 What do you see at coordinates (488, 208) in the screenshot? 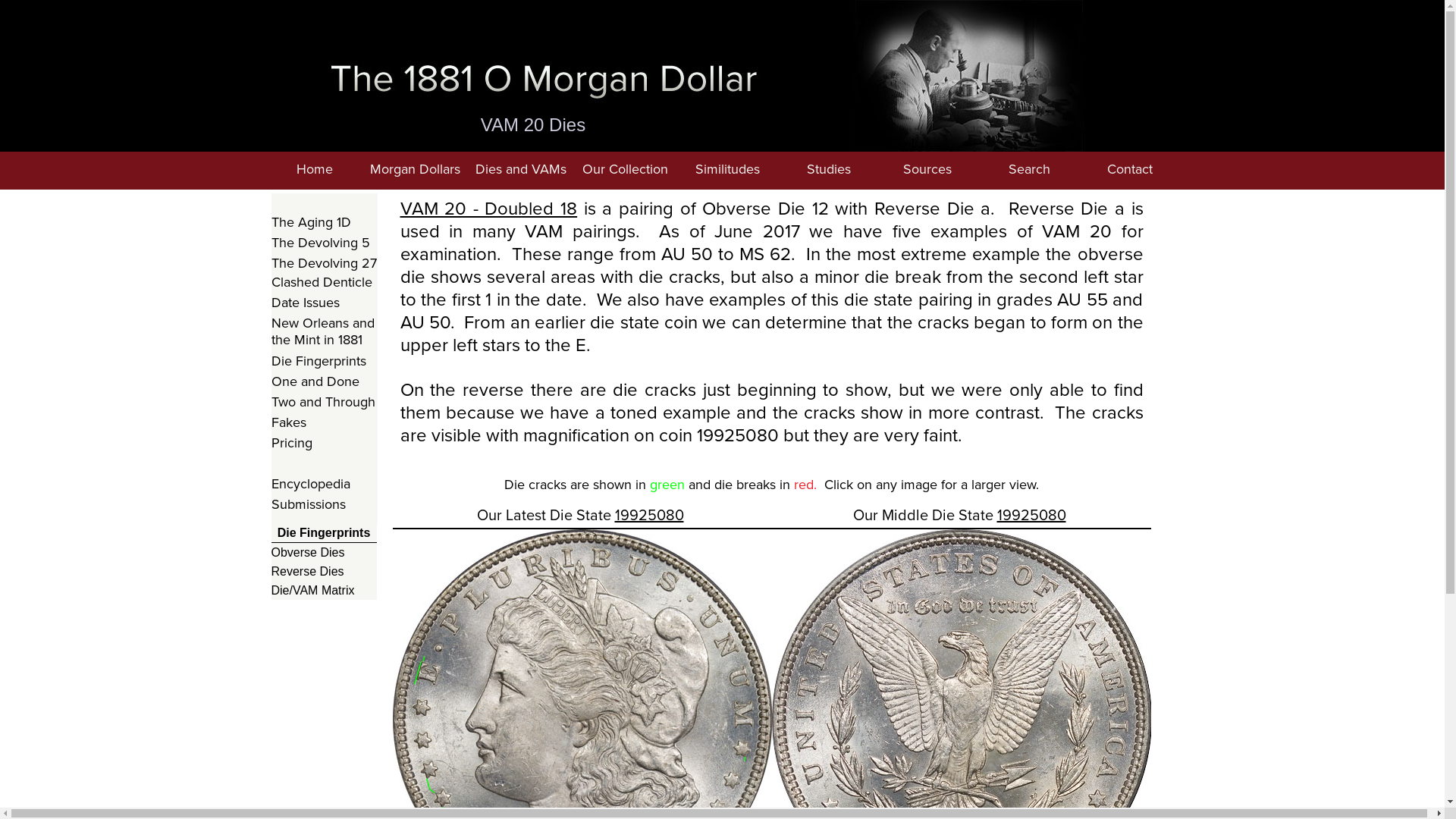
I see `'VAM 20 - Doubled 18'` at bounding box center [488, 208].